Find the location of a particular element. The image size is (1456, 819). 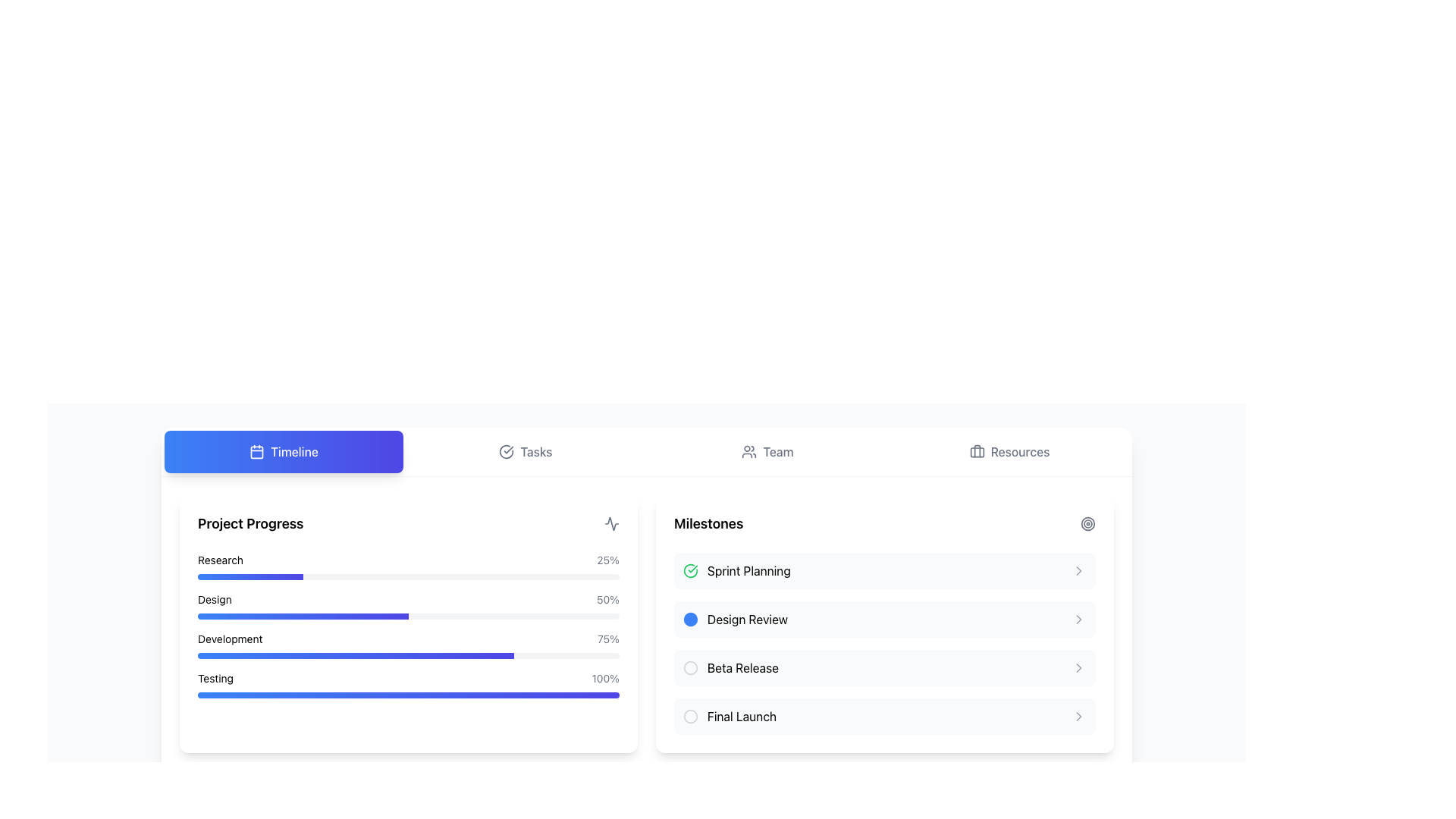

the 'Design Review' milestone item in the Milestones section is located at coordinates (884, 620).